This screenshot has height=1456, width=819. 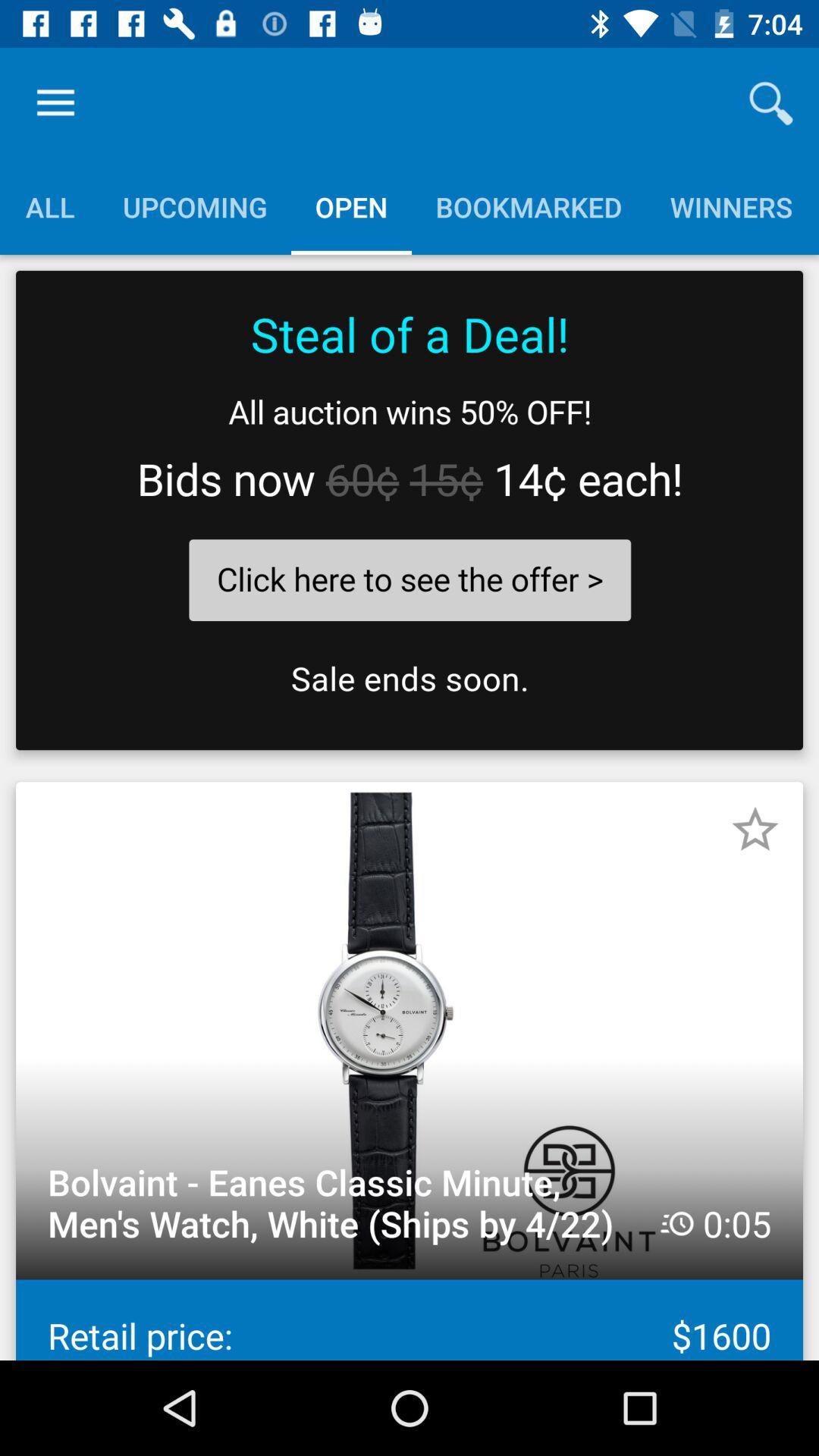 What do you see at coordinates (771, 103) in the screenshot?
I see `the icon search bar` at bounding box center [771, 103].